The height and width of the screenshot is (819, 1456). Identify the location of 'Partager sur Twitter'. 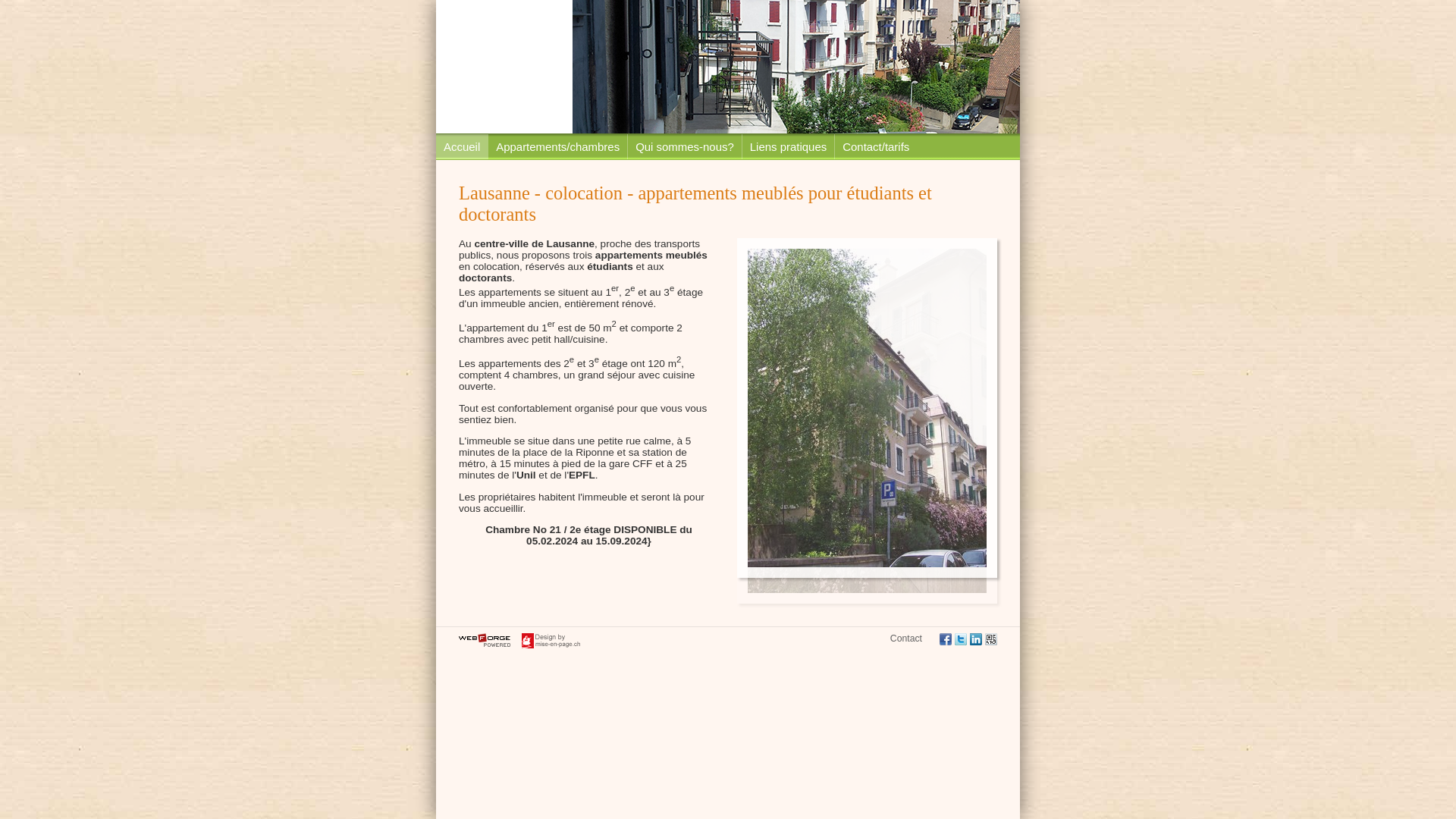
(960, 640).